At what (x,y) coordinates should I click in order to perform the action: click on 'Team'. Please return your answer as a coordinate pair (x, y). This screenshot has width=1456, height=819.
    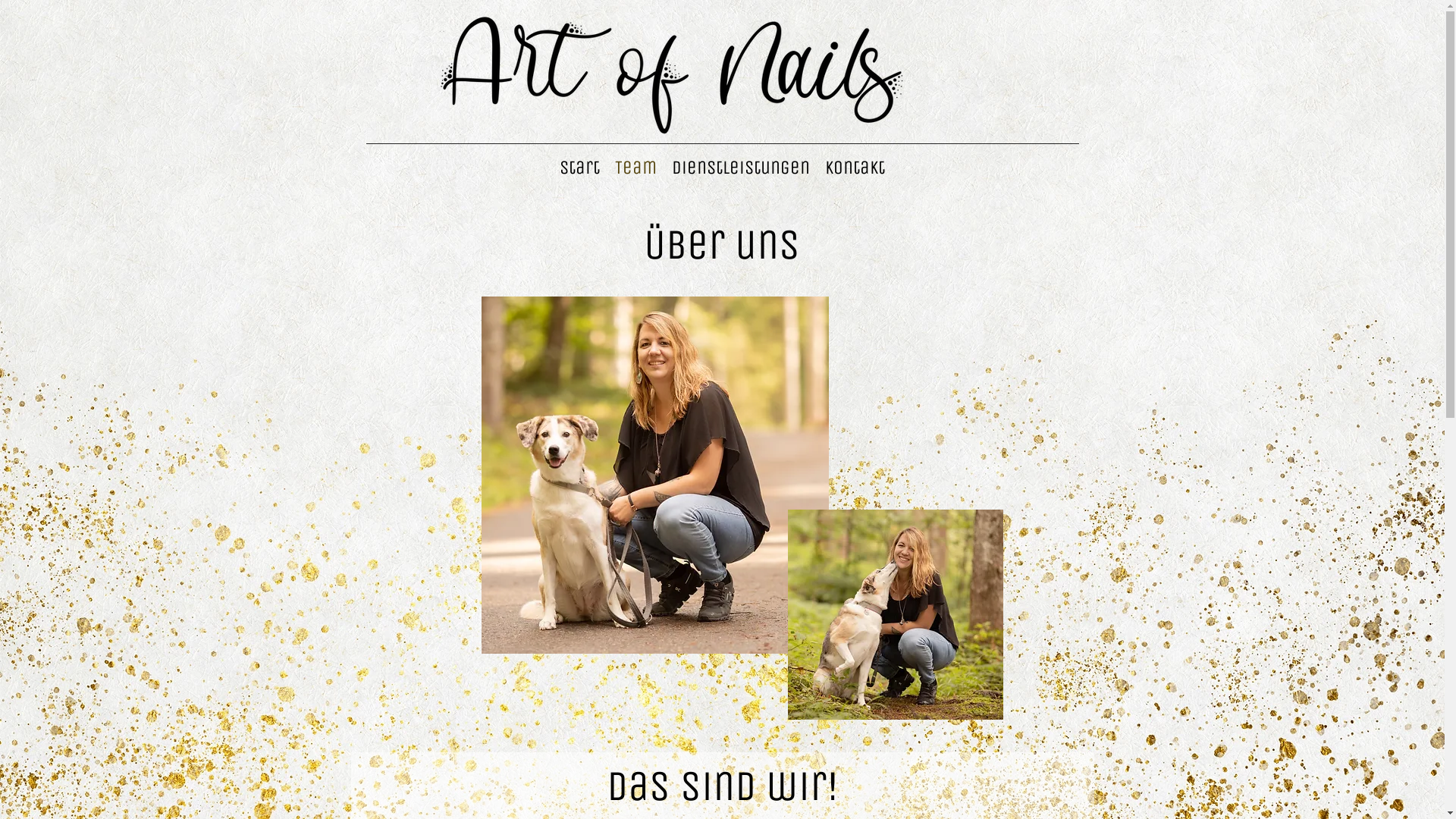
    Looking at the image, I should click on (635, 167).